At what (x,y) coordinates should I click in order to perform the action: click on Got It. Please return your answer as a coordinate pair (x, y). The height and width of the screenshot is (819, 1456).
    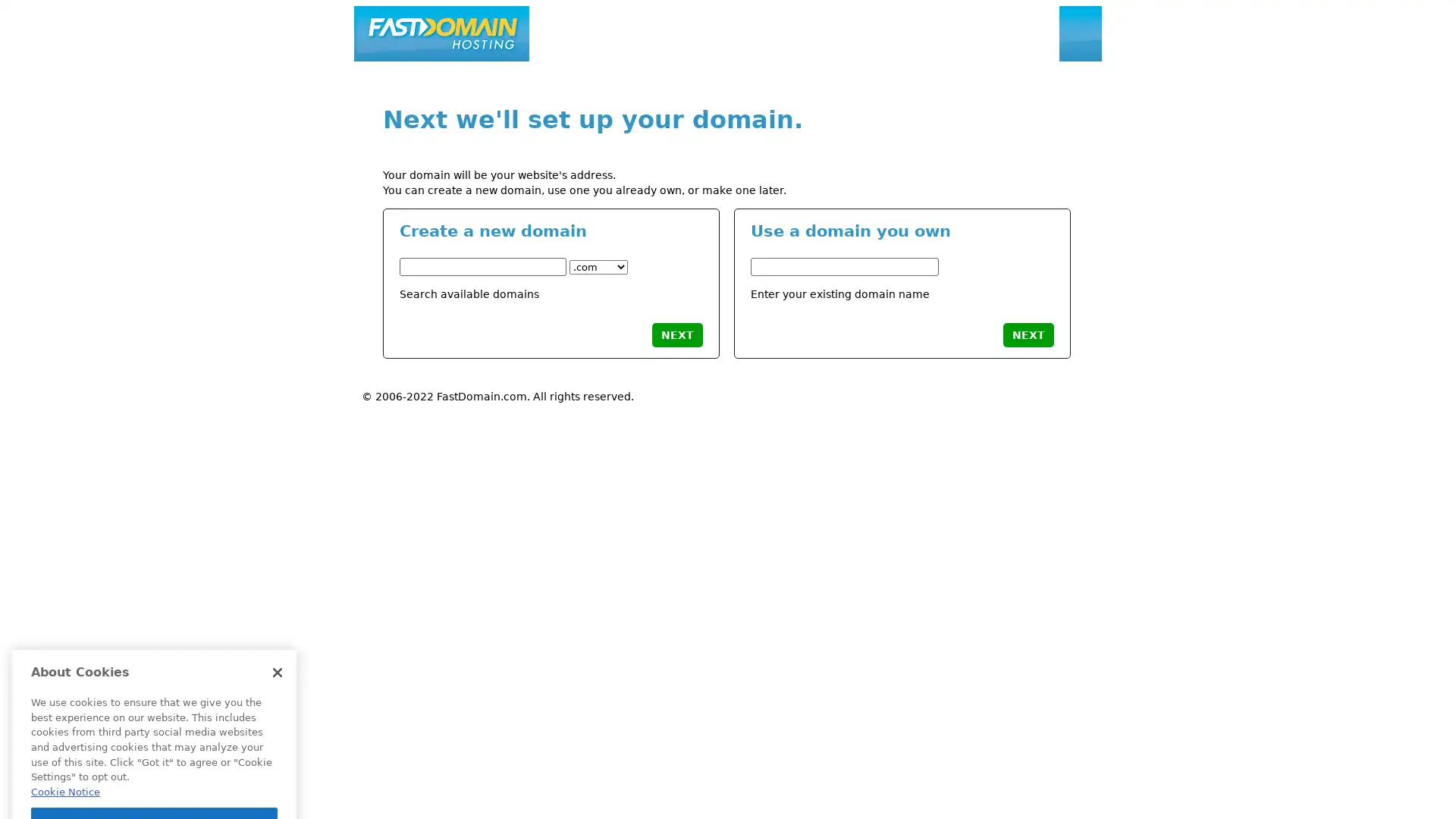
    Looking at the image, I should click on (154, 730).